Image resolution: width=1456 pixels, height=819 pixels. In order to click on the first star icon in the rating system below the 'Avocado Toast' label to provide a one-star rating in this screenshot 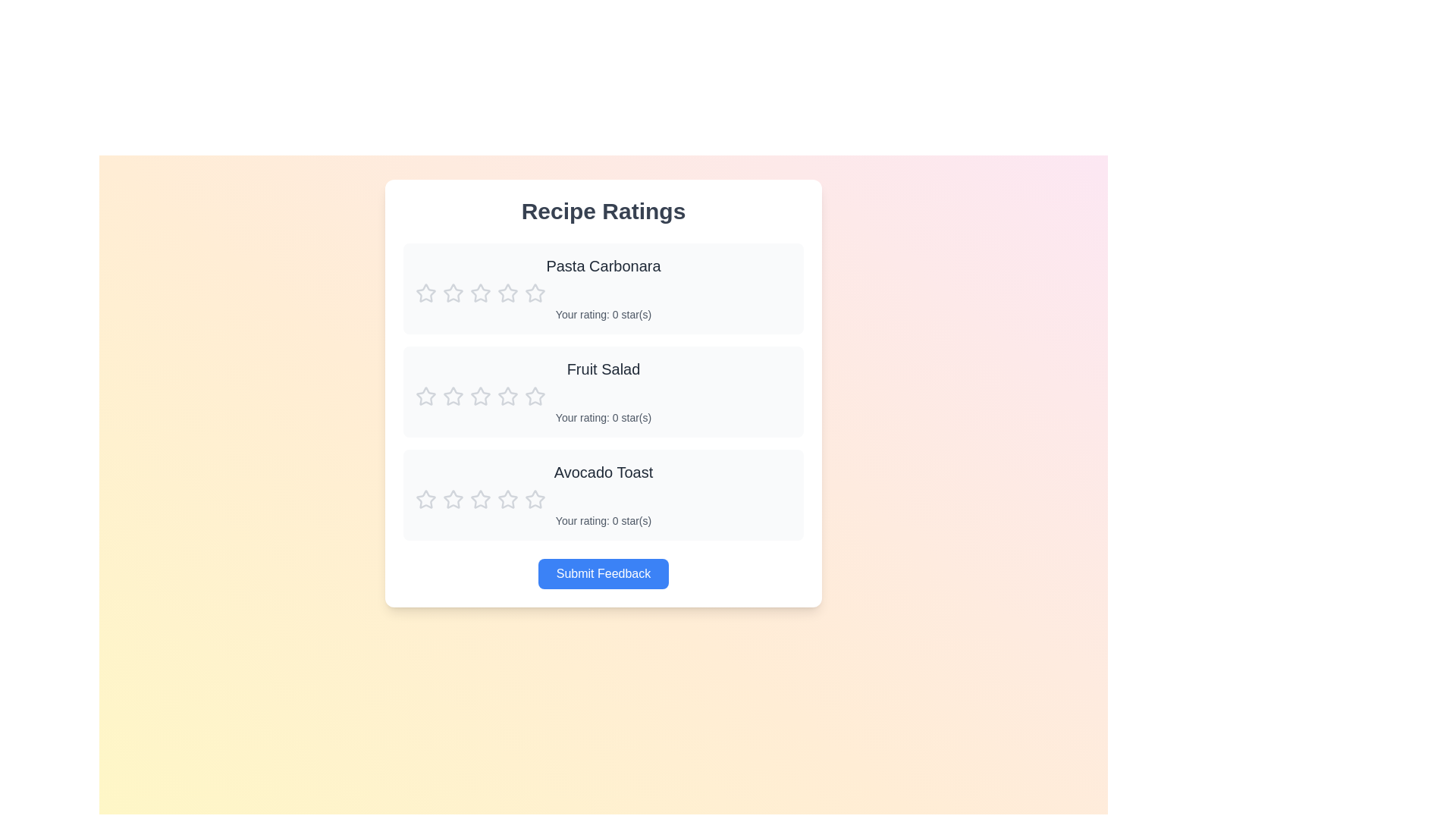, I will do `click(479, 499)`.